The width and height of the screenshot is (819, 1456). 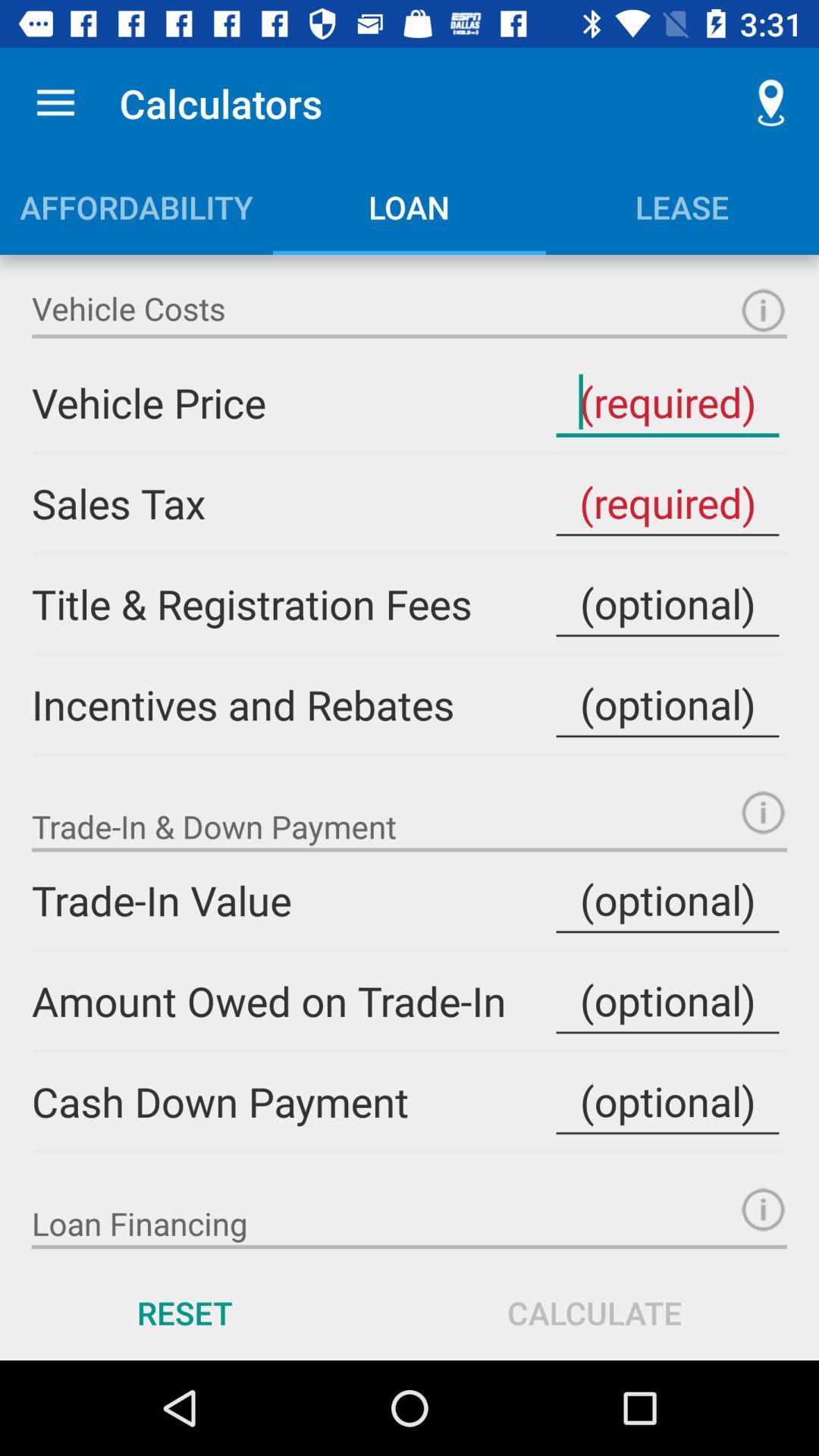 I want to click on the icon next to reset, so click(x=593, y=1312).